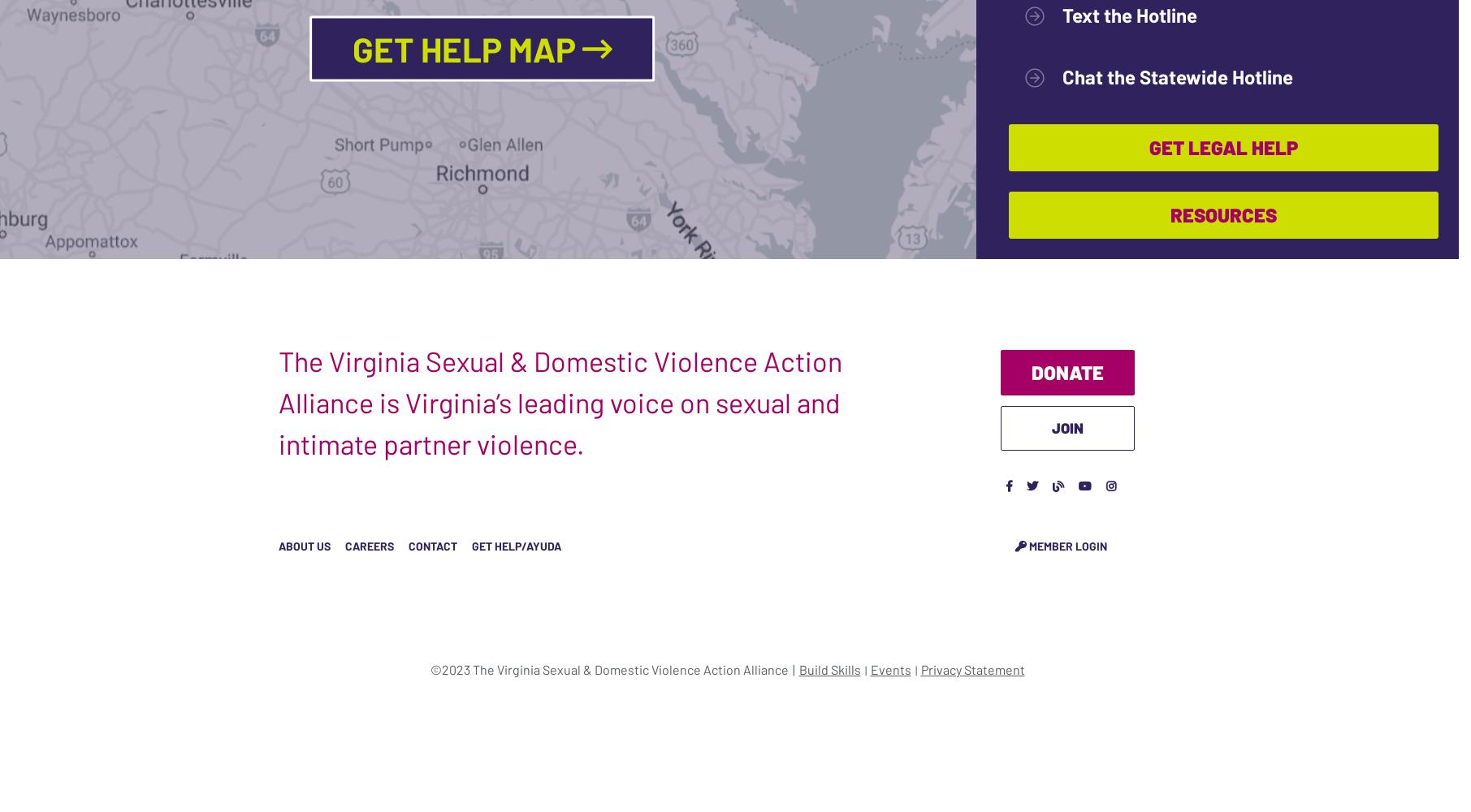 Image resolution: width=1471 pixels, height=812 pixels. Describe the element at coordinates (304, 545) in the screenshot. I see `'About Us'` at that location.